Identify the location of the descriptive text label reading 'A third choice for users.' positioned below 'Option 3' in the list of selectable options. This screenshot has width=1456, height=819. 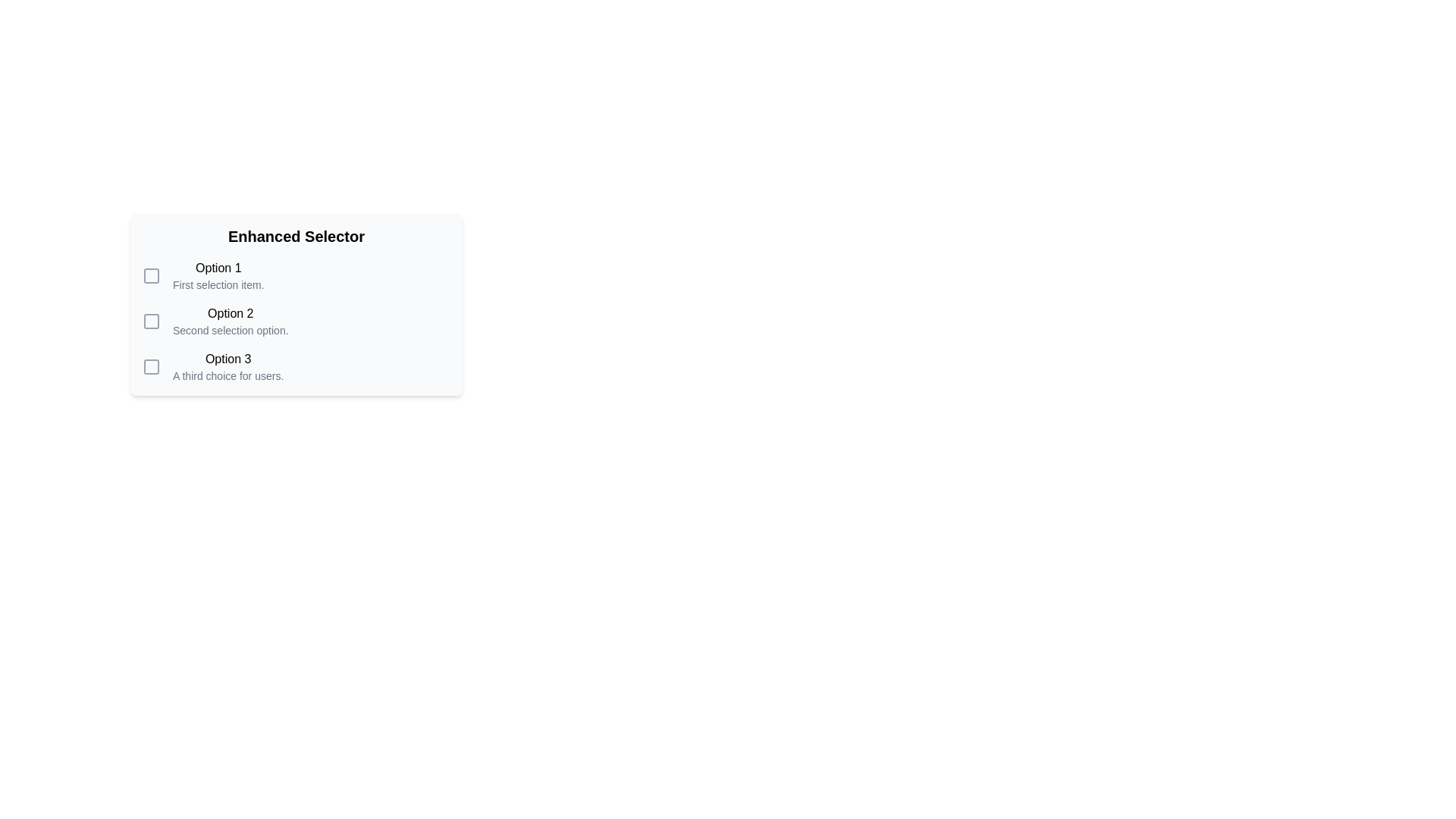
(227, 375).